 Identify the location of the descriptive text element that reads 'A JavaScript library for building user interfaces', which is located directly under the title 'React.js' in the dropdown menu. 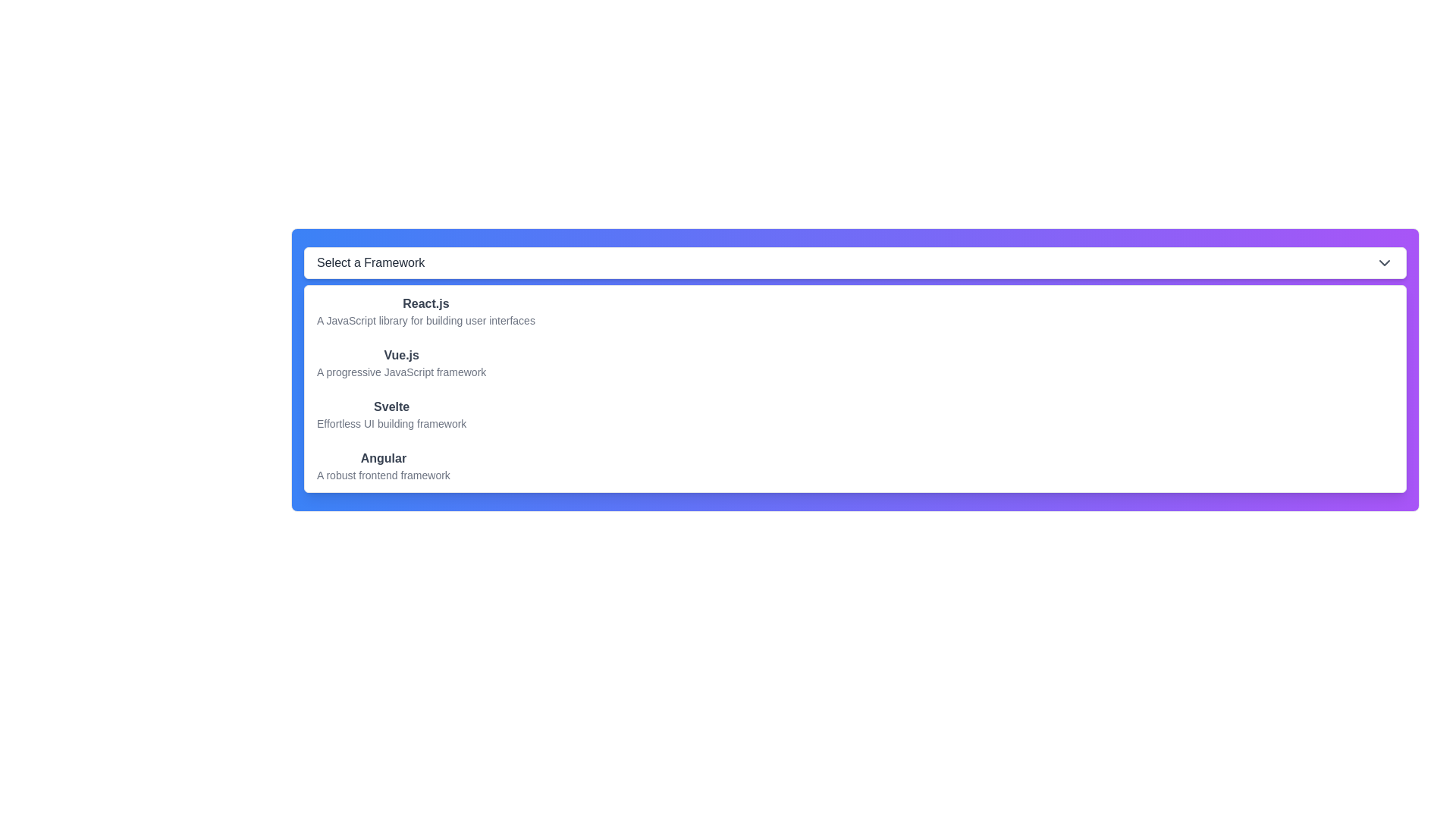
(425, 320).